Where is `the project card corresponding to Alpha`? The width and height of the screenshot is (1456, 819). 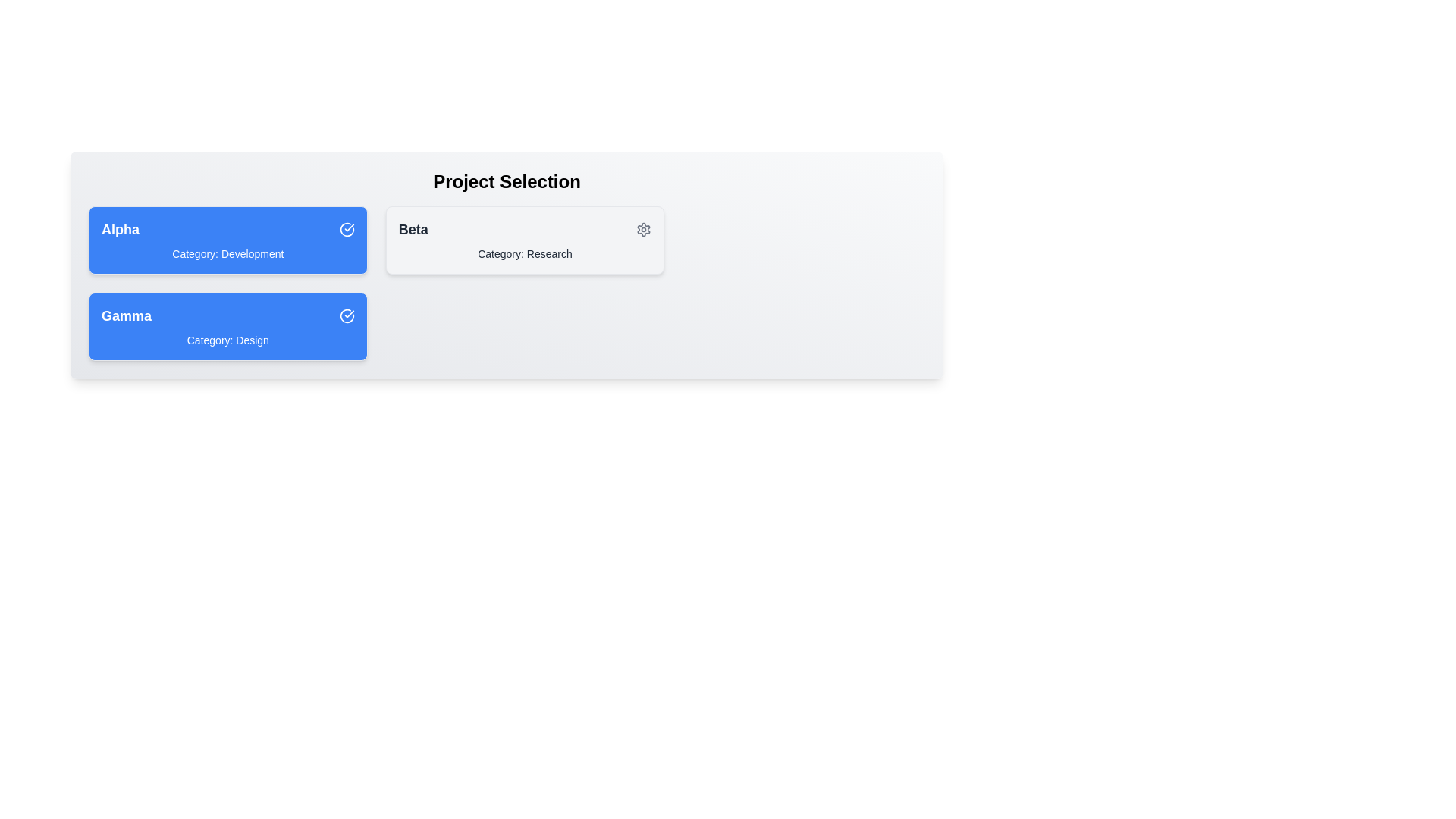 the project card corresponding to Alpha is located at coordinates (227, 239).